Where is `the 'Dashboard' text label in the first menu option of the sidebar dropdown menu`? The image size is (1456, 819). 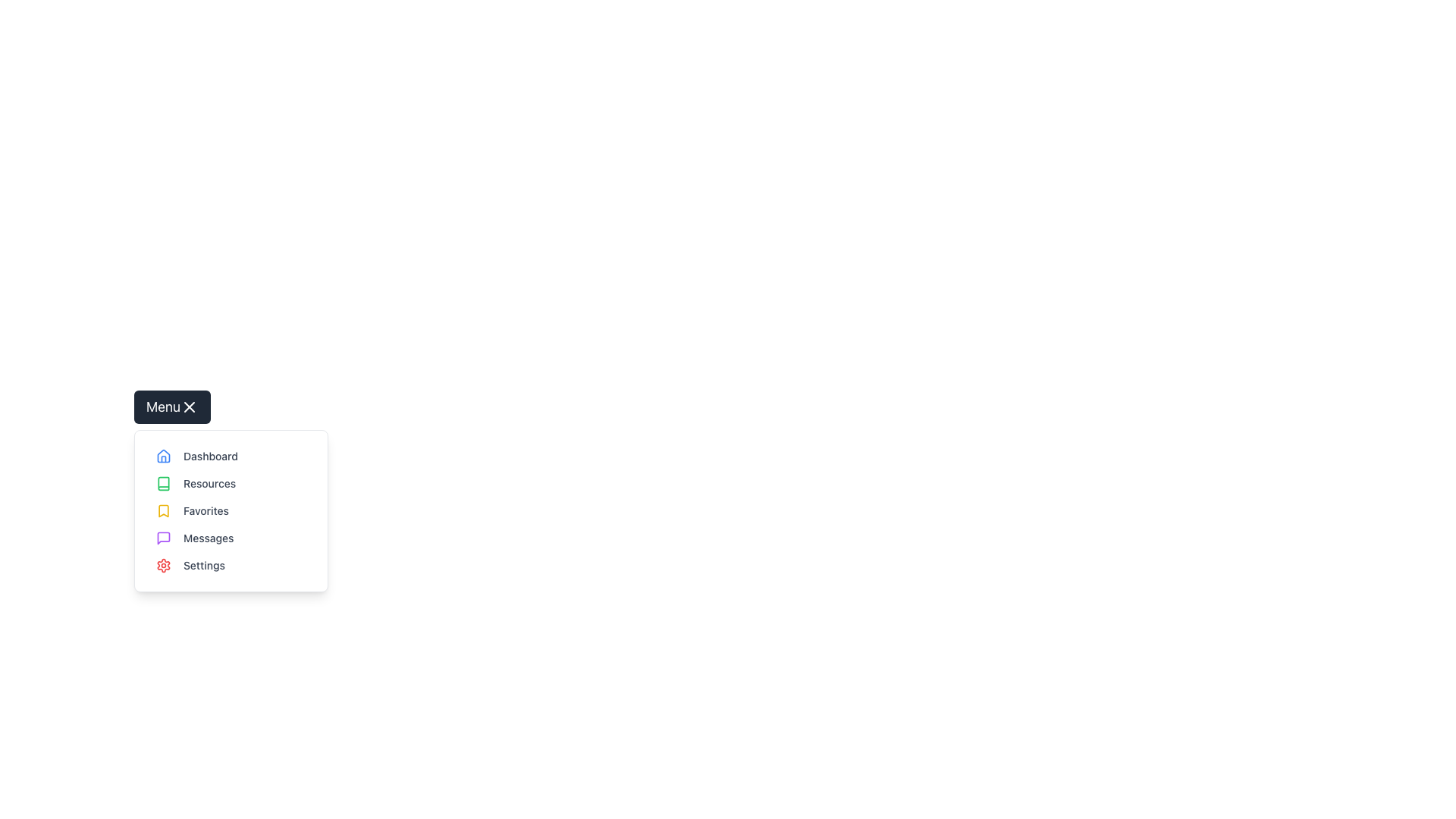 the 'Dashboard' text label in the first menu option of the sidebar dropdown menu is located at coordinates (210, 455).